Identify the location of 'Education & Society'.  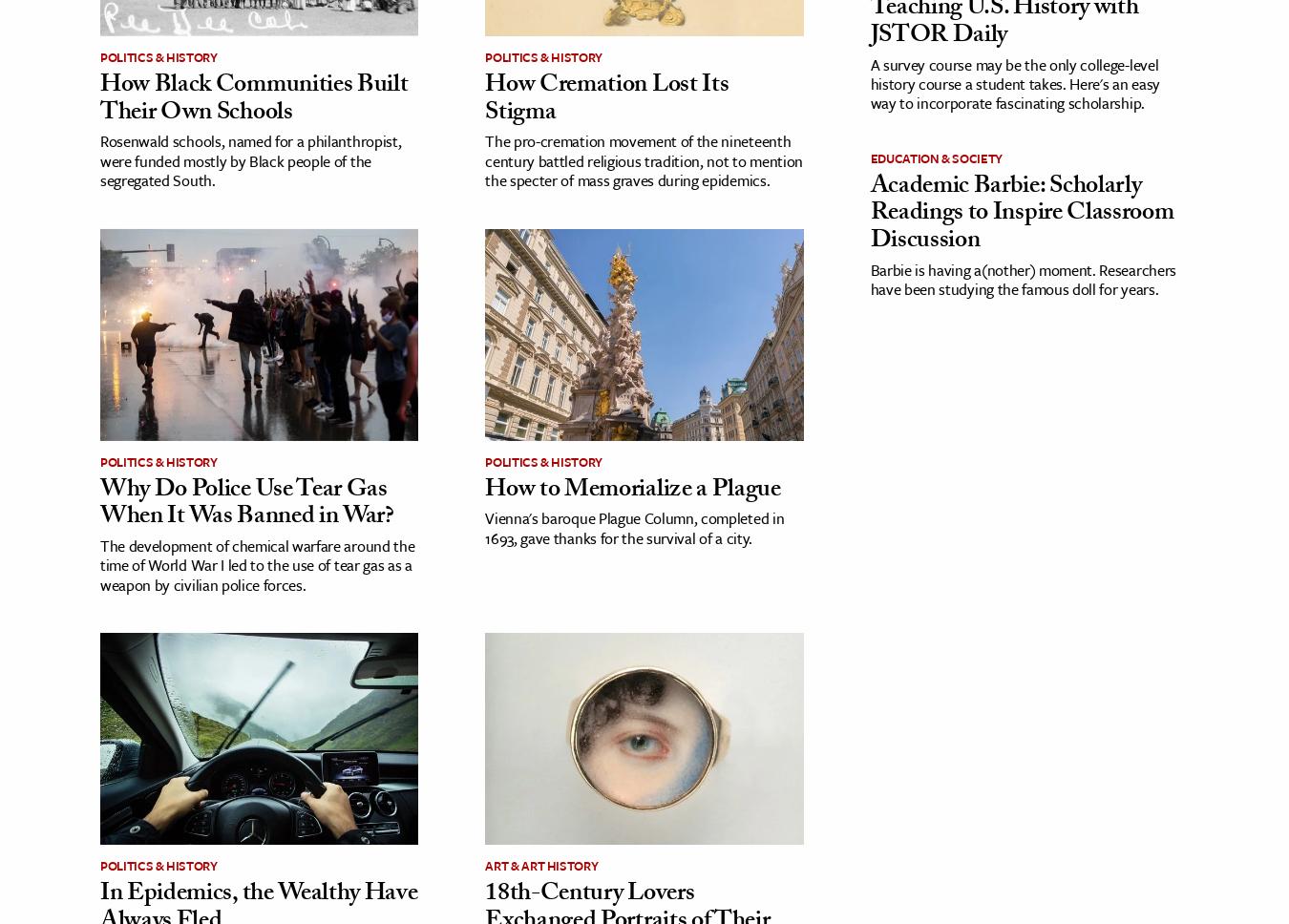
(935, 157).